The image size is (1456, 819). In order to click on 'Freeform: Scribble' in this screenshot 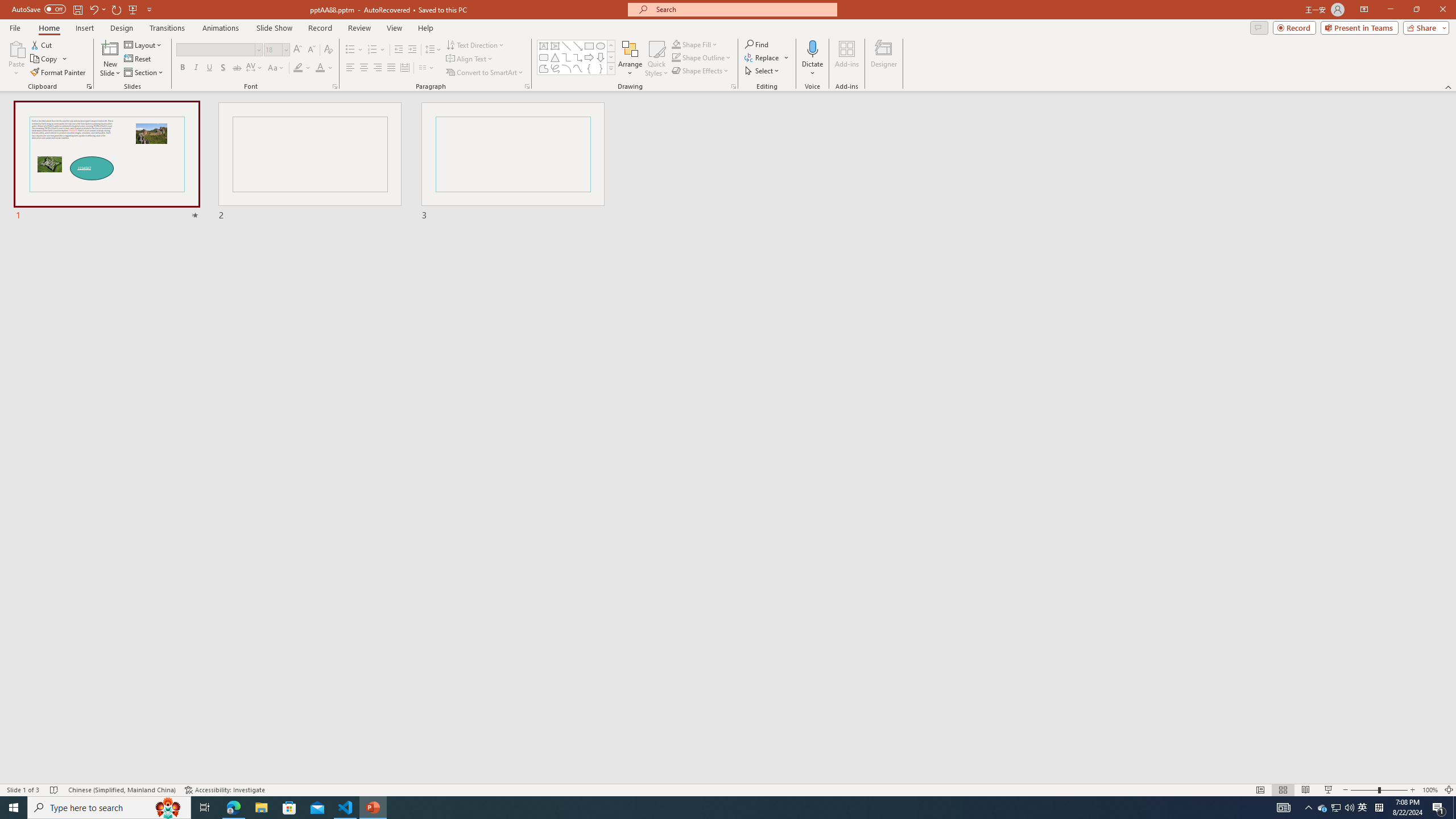, I will do `click(554, 68)`.